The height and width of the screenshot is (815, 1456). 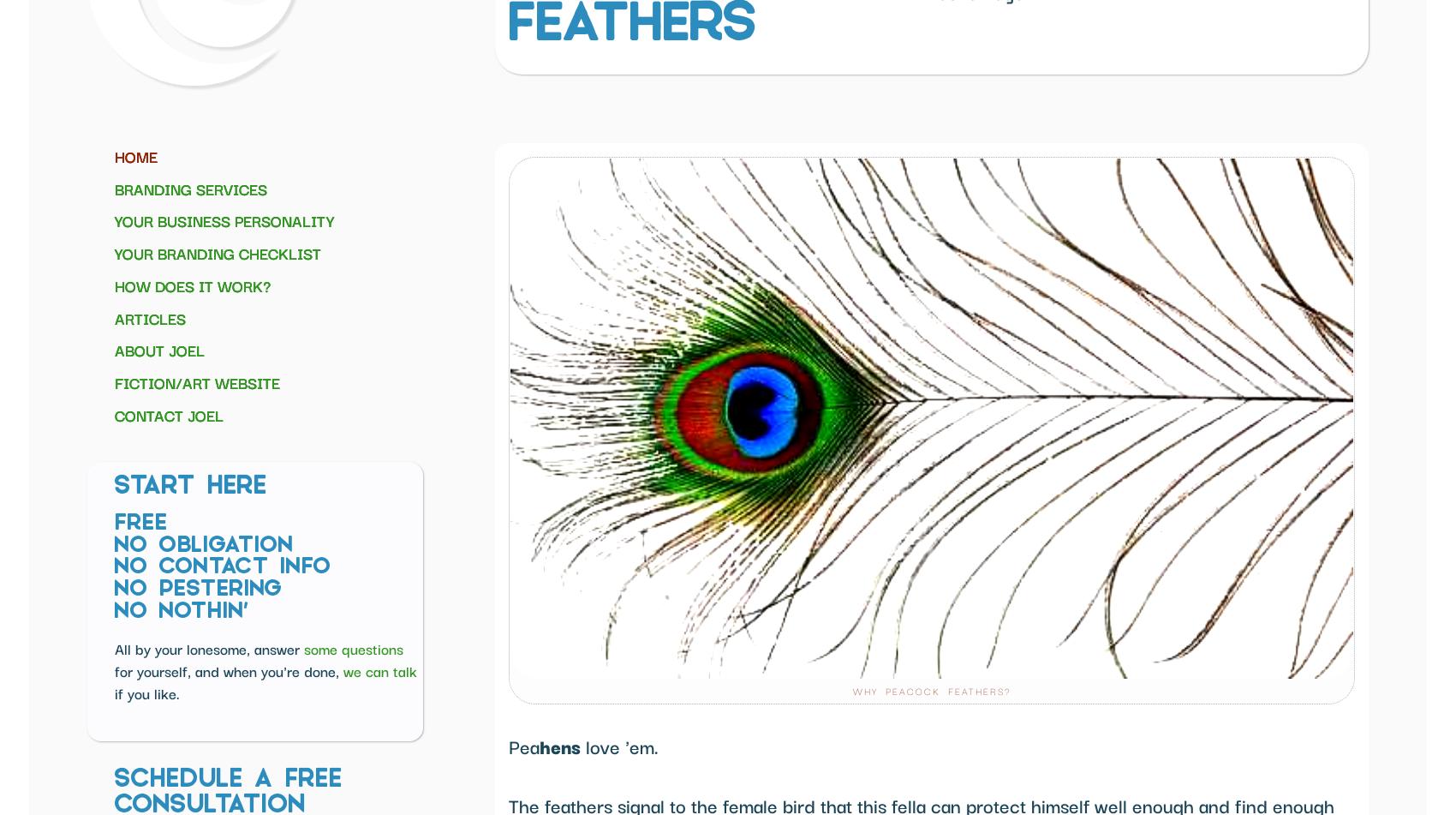 What do you see at coordinates (204, 544) in the screenshot?
I see `'No Obligation'` at bounding box center [204, 544].